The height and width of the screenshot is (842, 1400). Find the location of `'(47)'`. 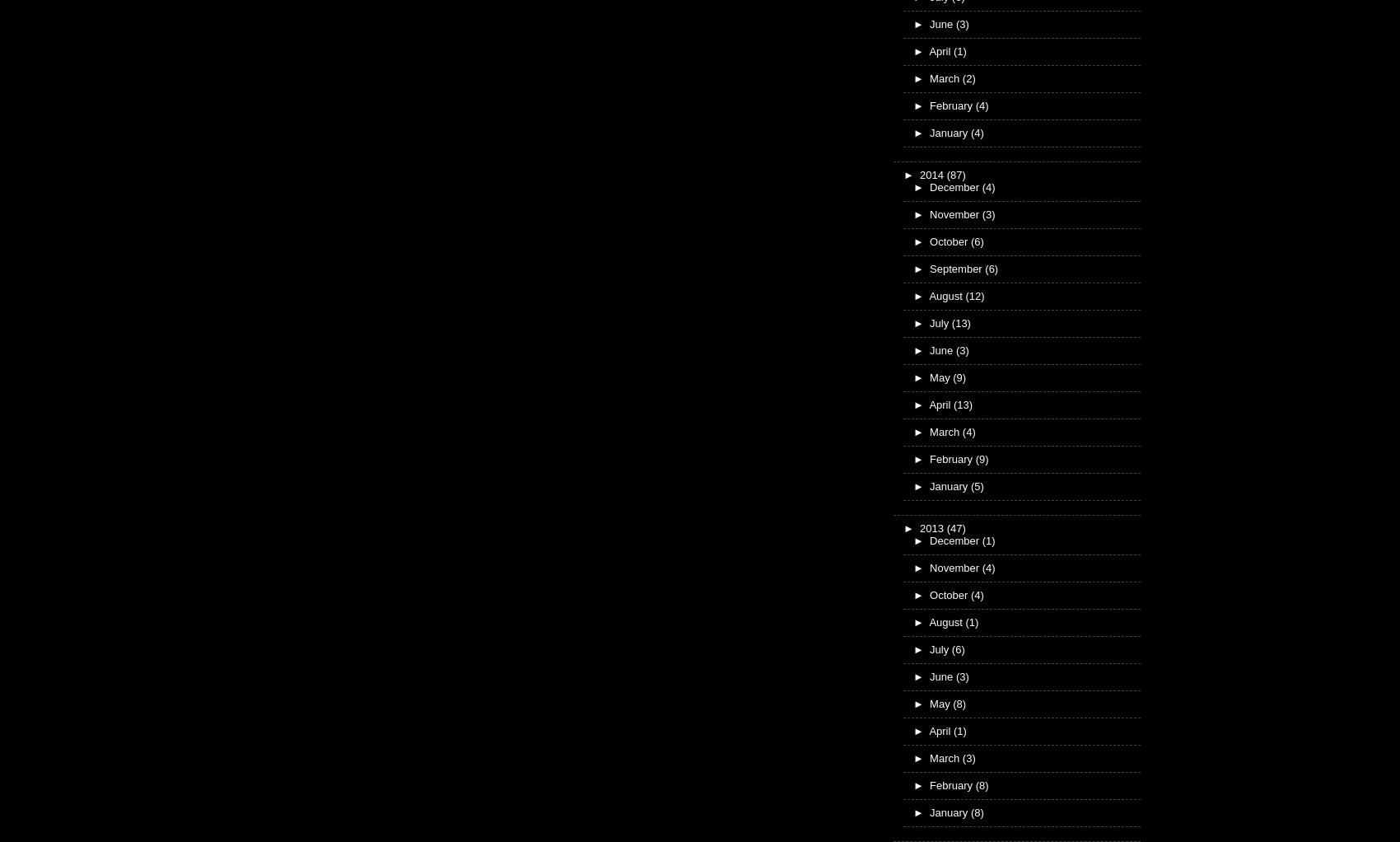

'(47)' is located at coordinates (955, 527).